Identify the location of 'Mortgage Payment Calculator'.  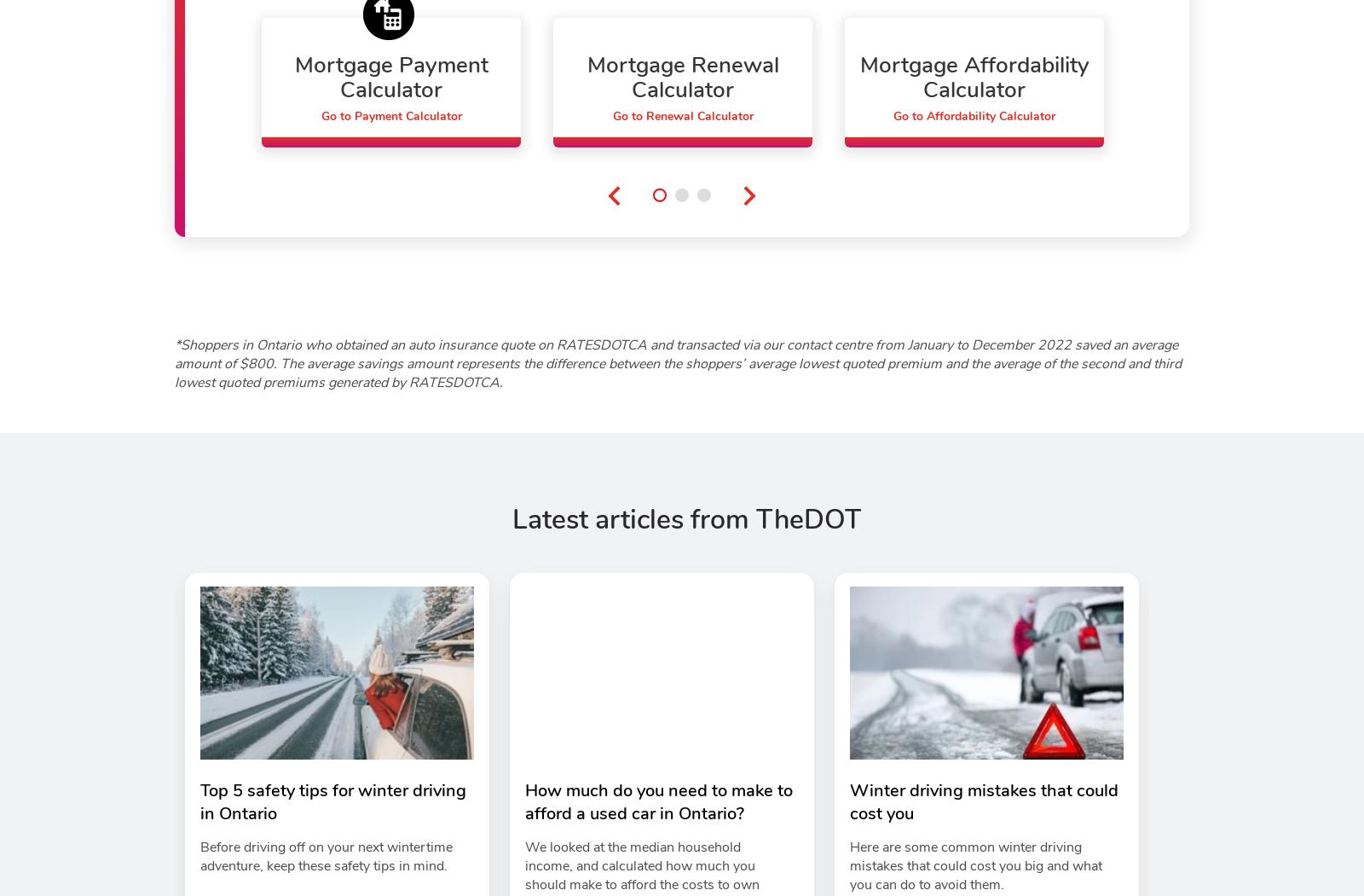
(390, 76).